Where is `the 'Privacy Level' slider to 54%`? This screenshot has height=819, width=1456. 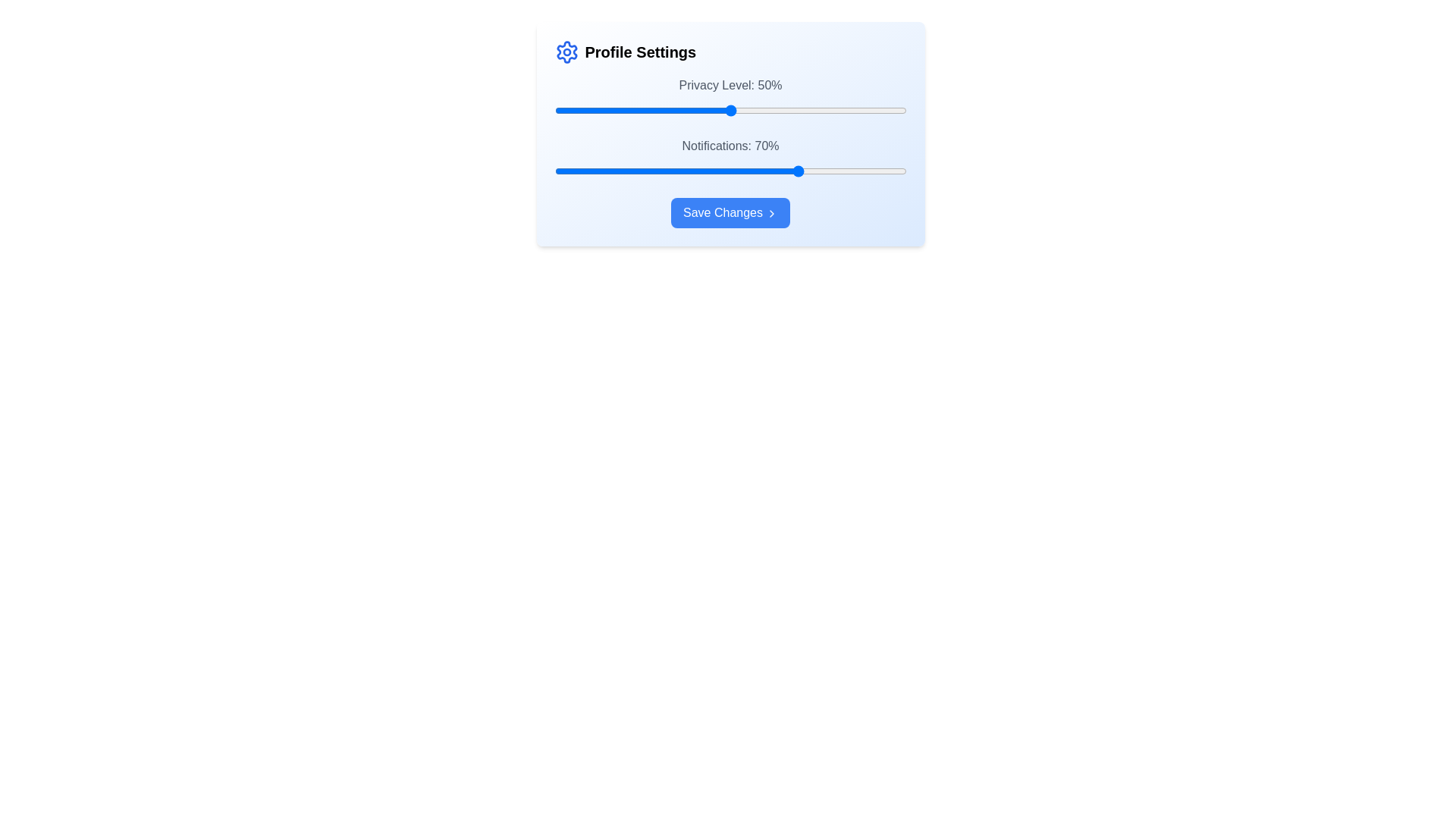
the 'Privacy Level' slider to 54% is located at coordinates (745, 110).